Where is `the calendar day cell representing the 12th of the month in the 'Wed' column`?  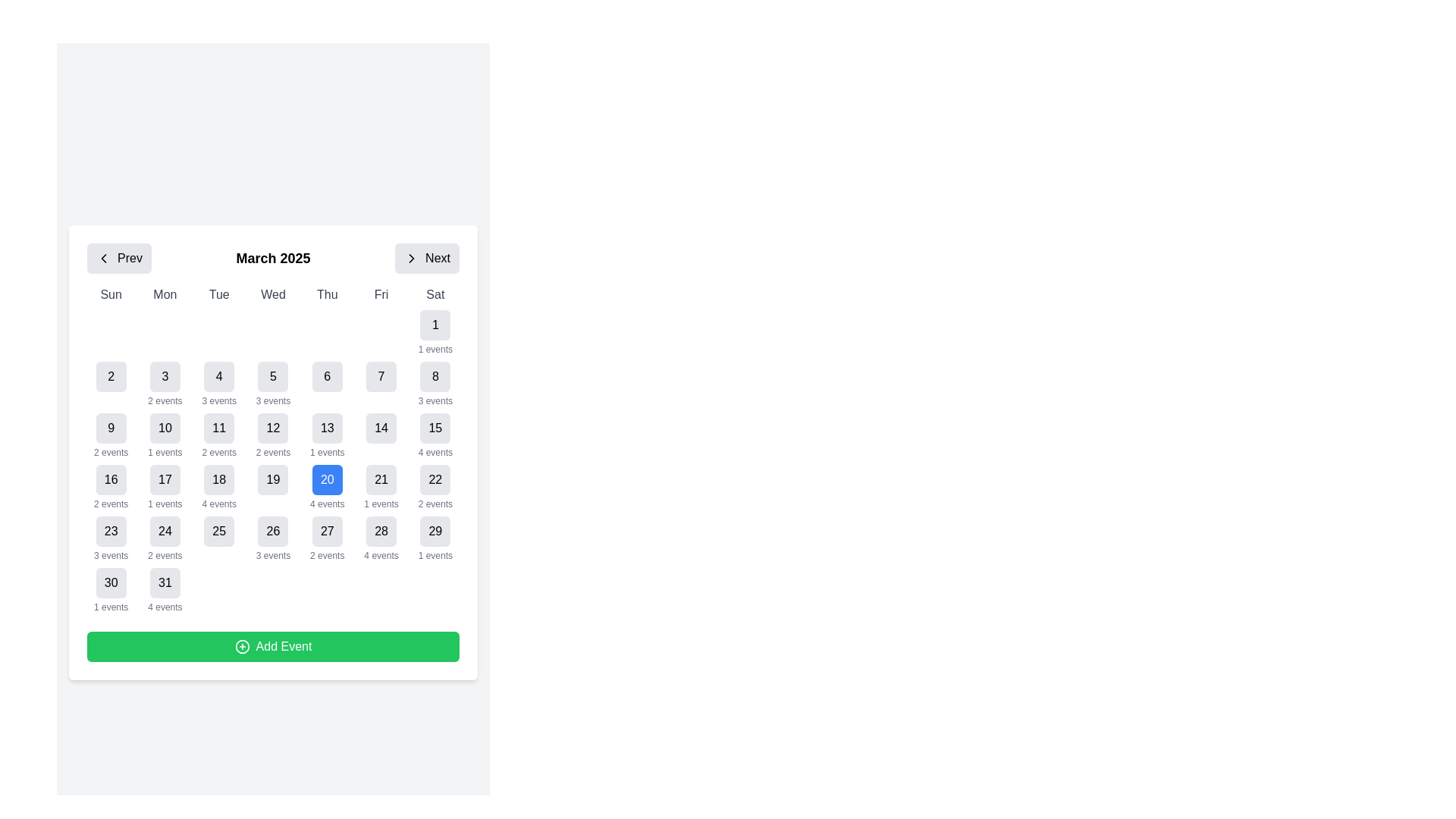 the calendar day cell representing the 12th of the month in the 'Wed' column is located at coordinates (273, 435).